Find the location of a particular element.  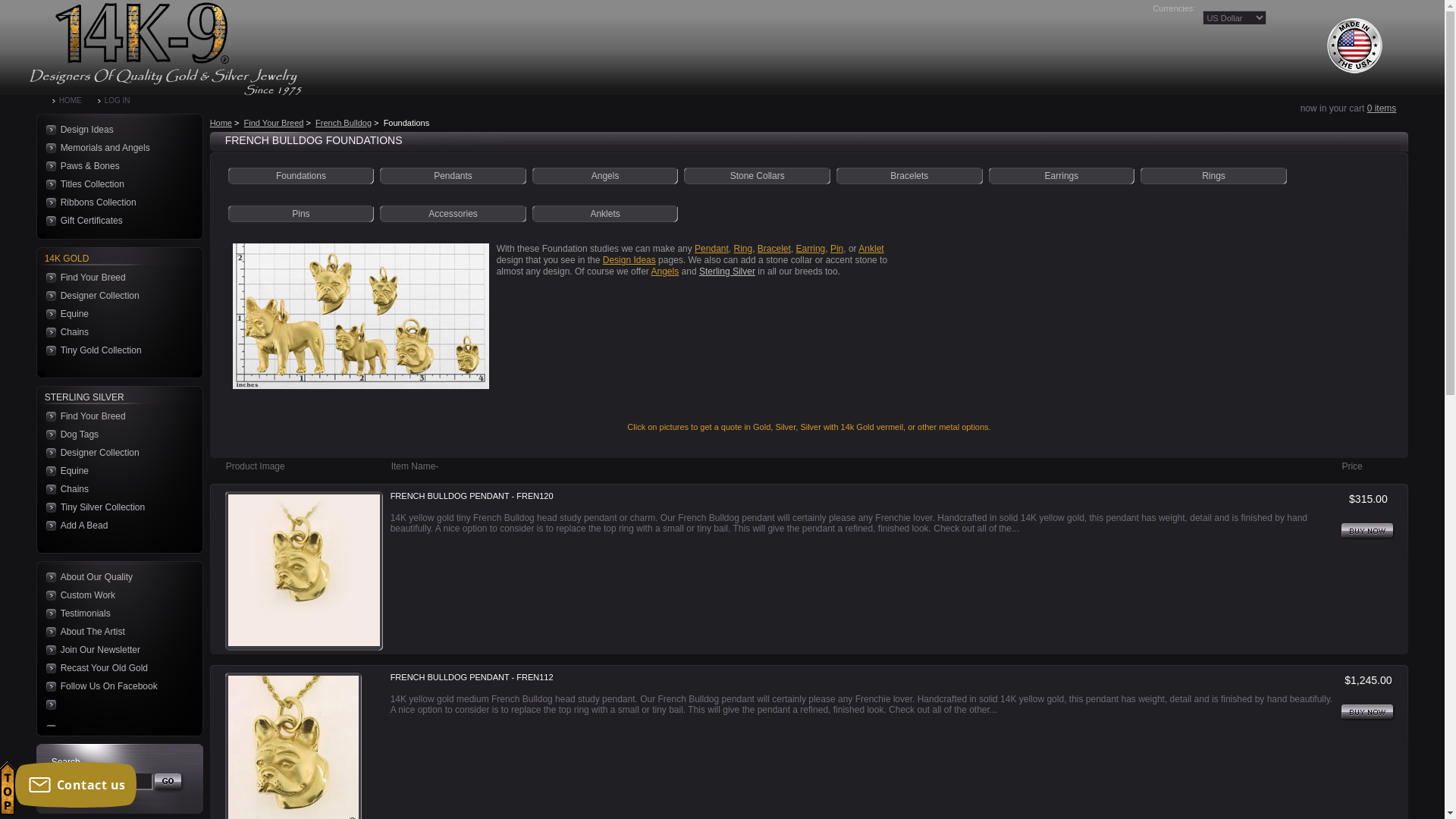

'Pendant' is located at coordinates (711, 247).